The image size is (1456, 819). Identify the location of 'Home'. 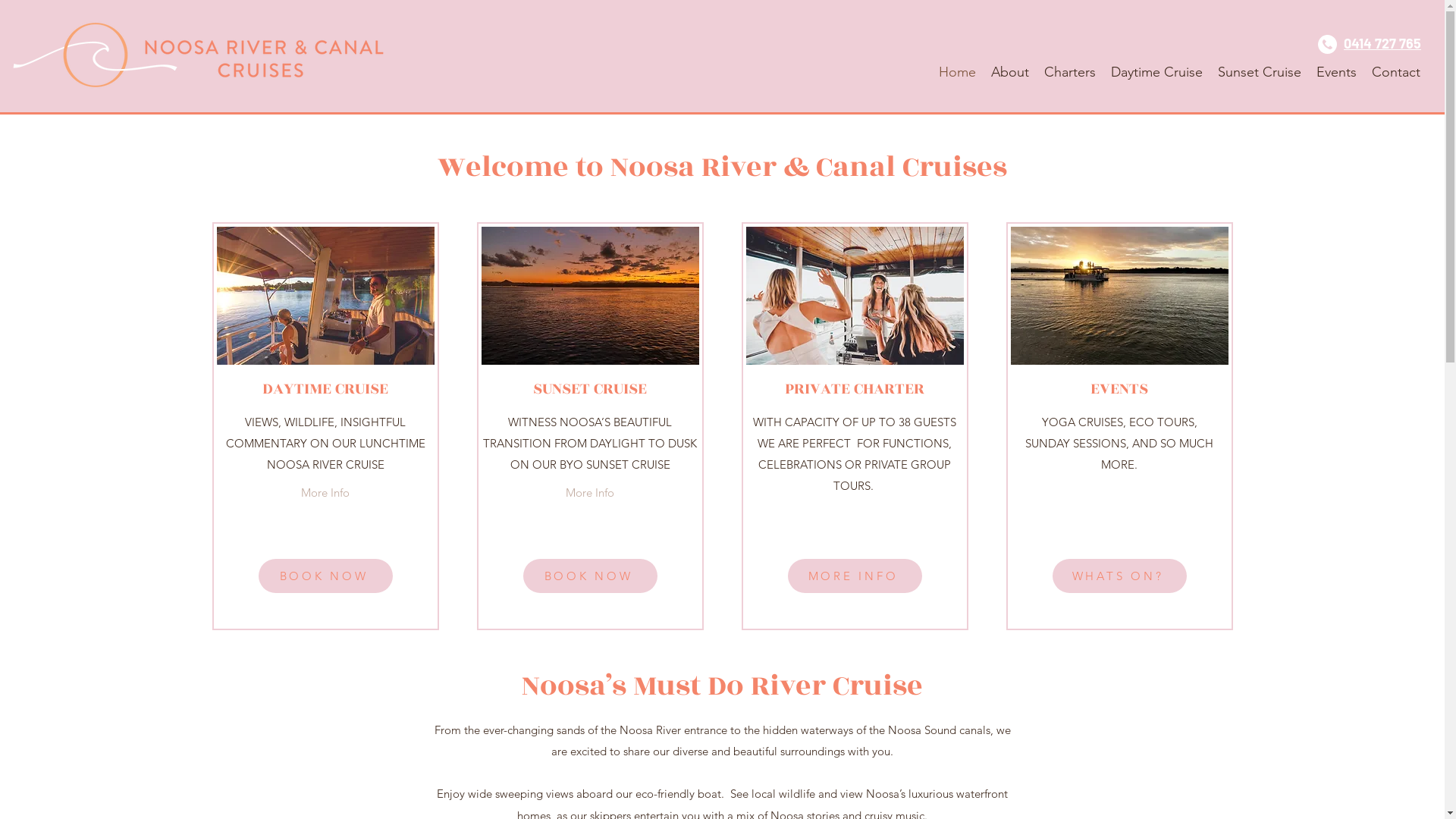
(956, 71).